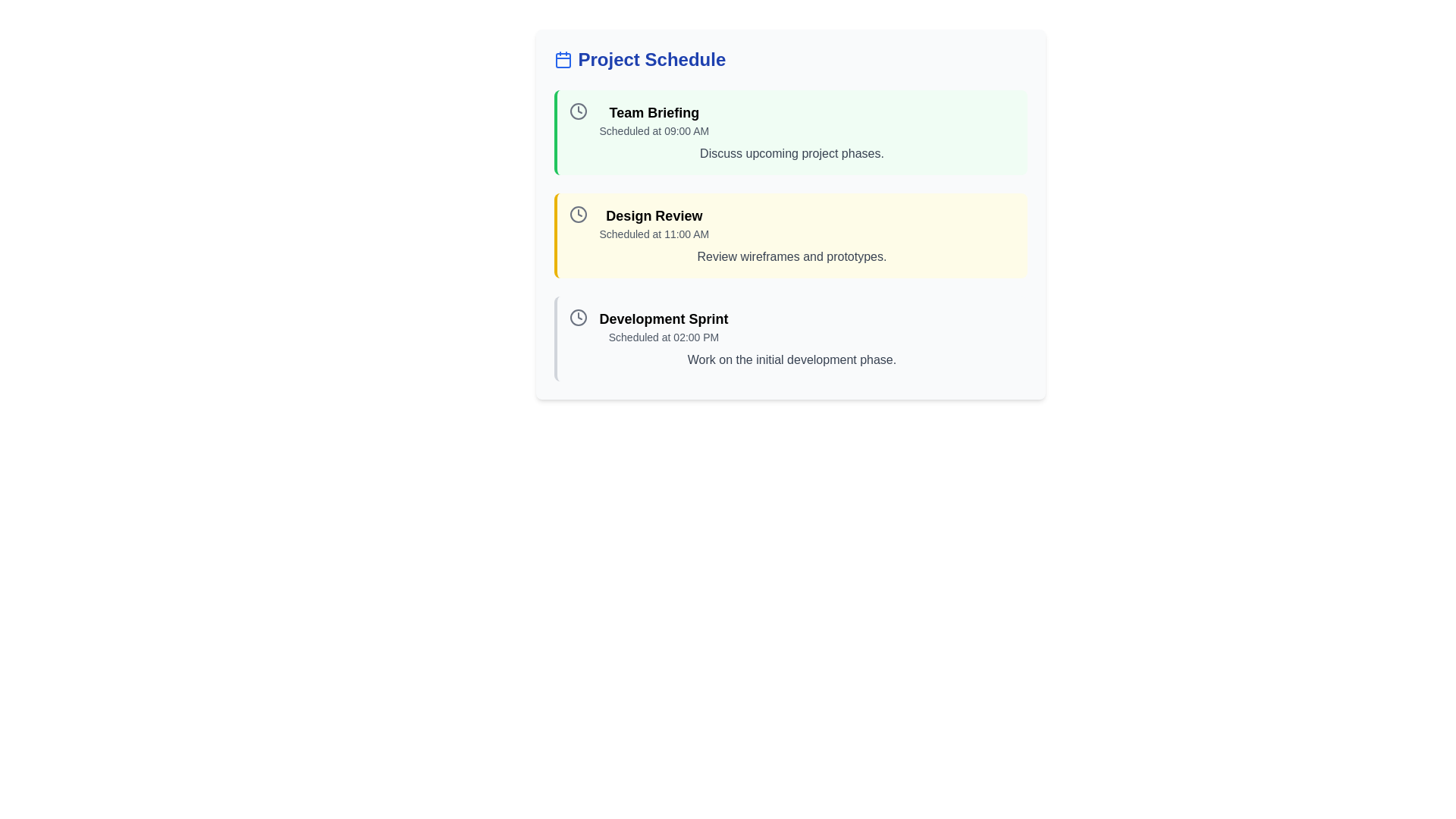  I want to click on the blue calendar icon that is positioned immediately before the text 'Project Schedule', so click(562, 58).